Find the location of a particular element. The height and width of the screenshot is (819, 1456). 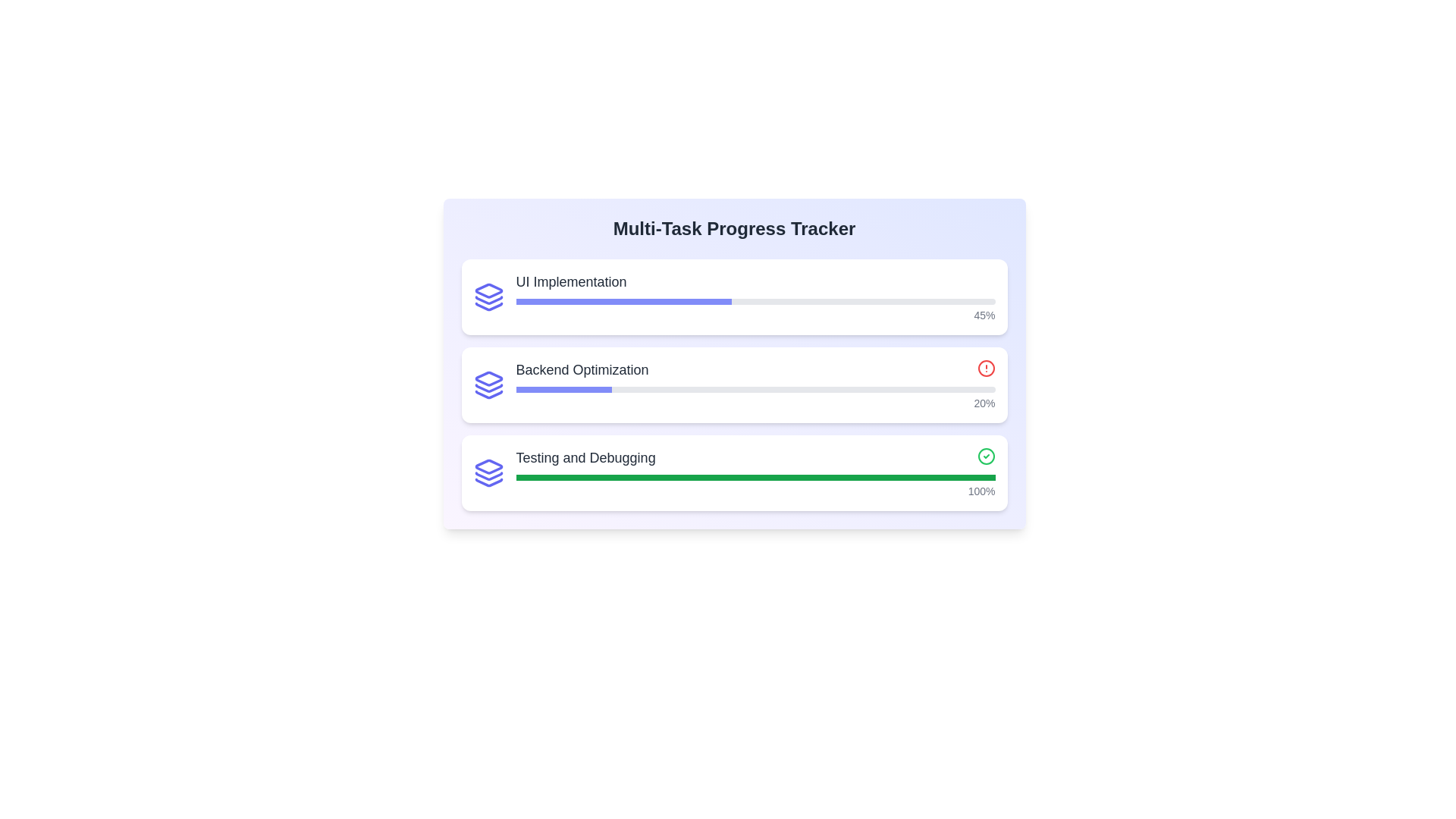

alert icon associated with the progress bar that indicates the task's progress, located between 'UI Implementation' and 'Testing and Debugging' is located at coordinates (755, 384).